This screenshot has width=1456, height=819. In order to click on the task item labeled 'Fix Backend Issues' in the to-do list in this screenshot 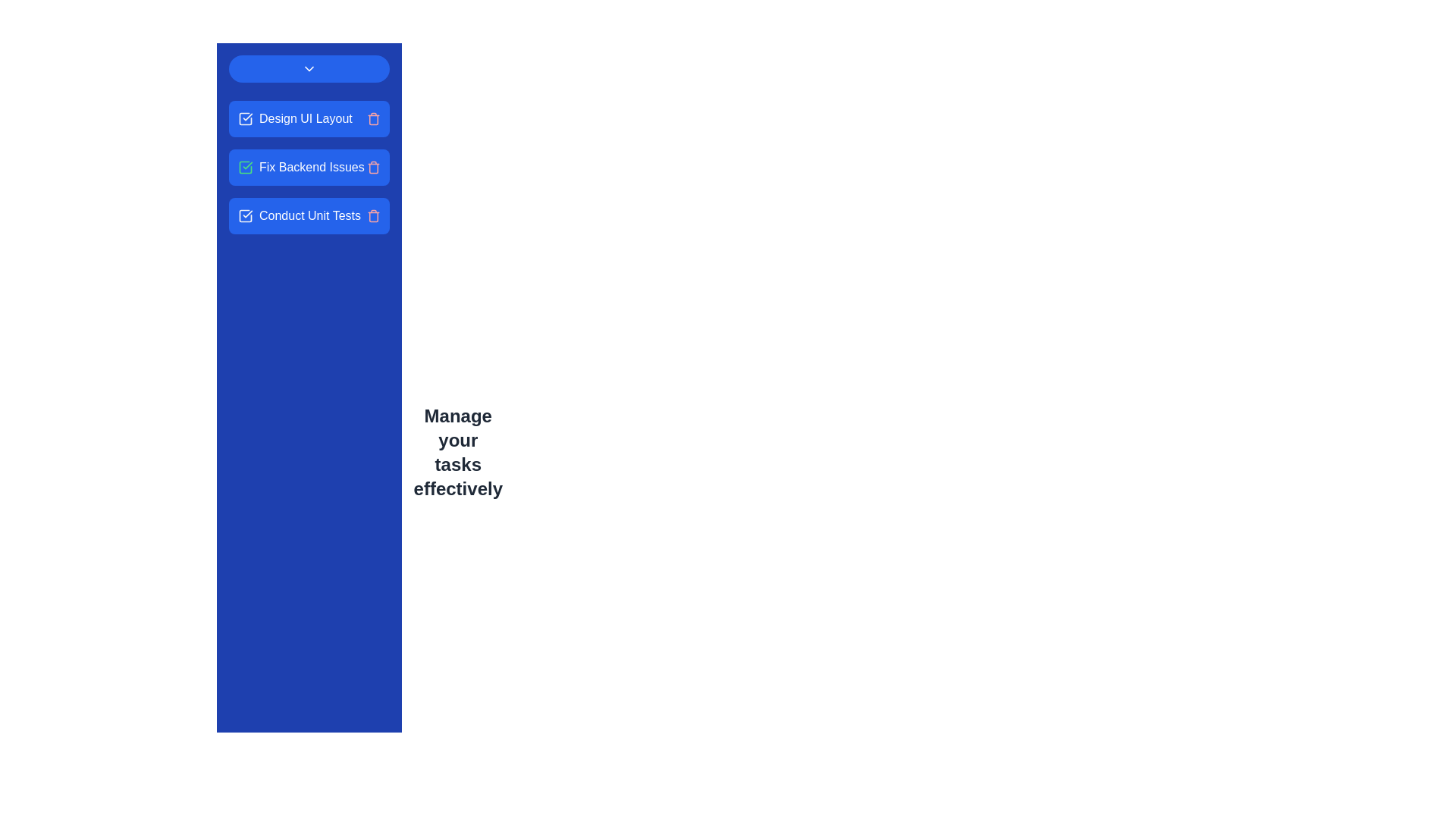, I will do `click(308, 167)`.